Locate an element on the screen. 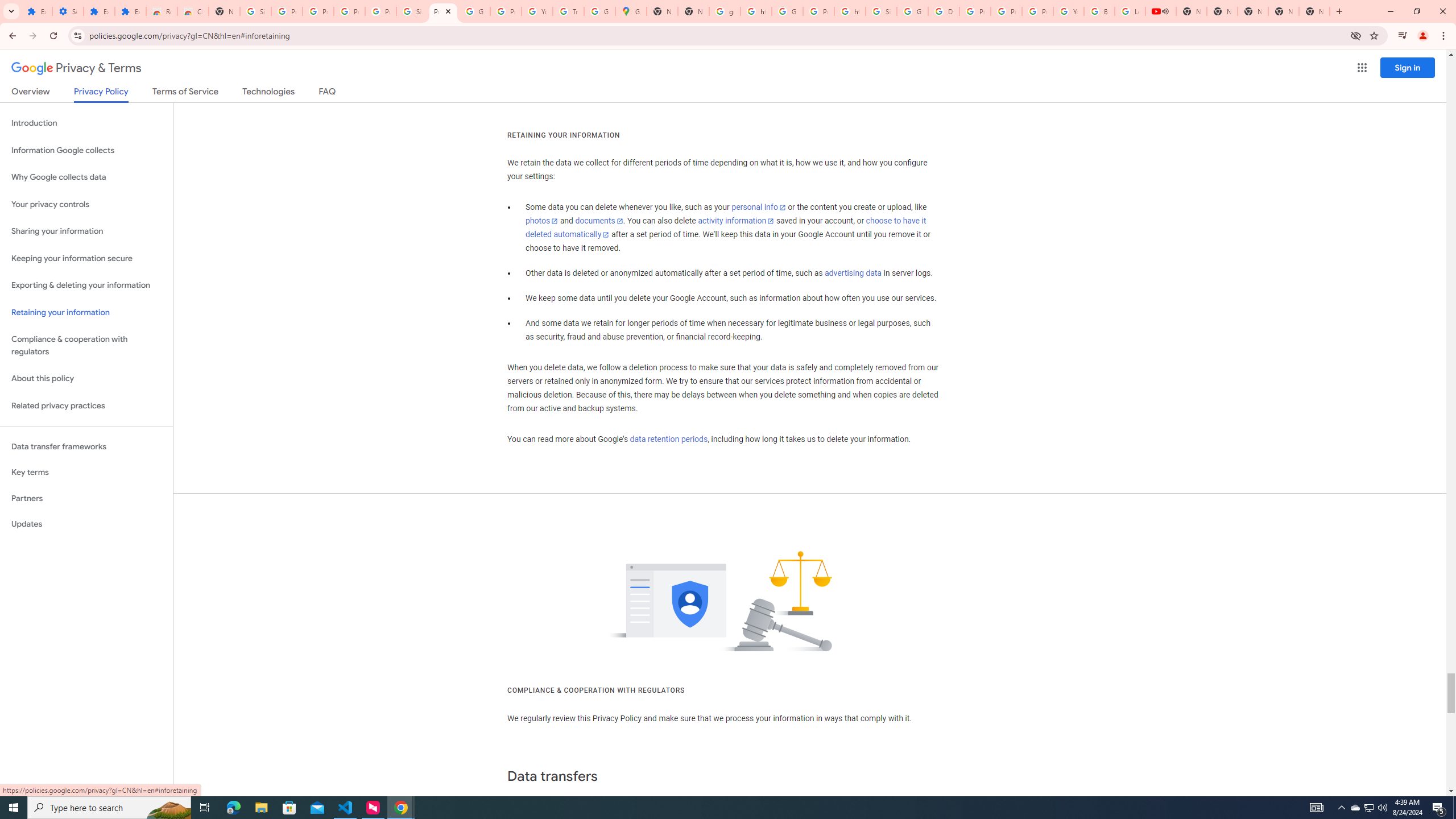 The height and width of the screenshot is (819, 1456). 'Related privacy practices' is located at coordinates (86, 405).